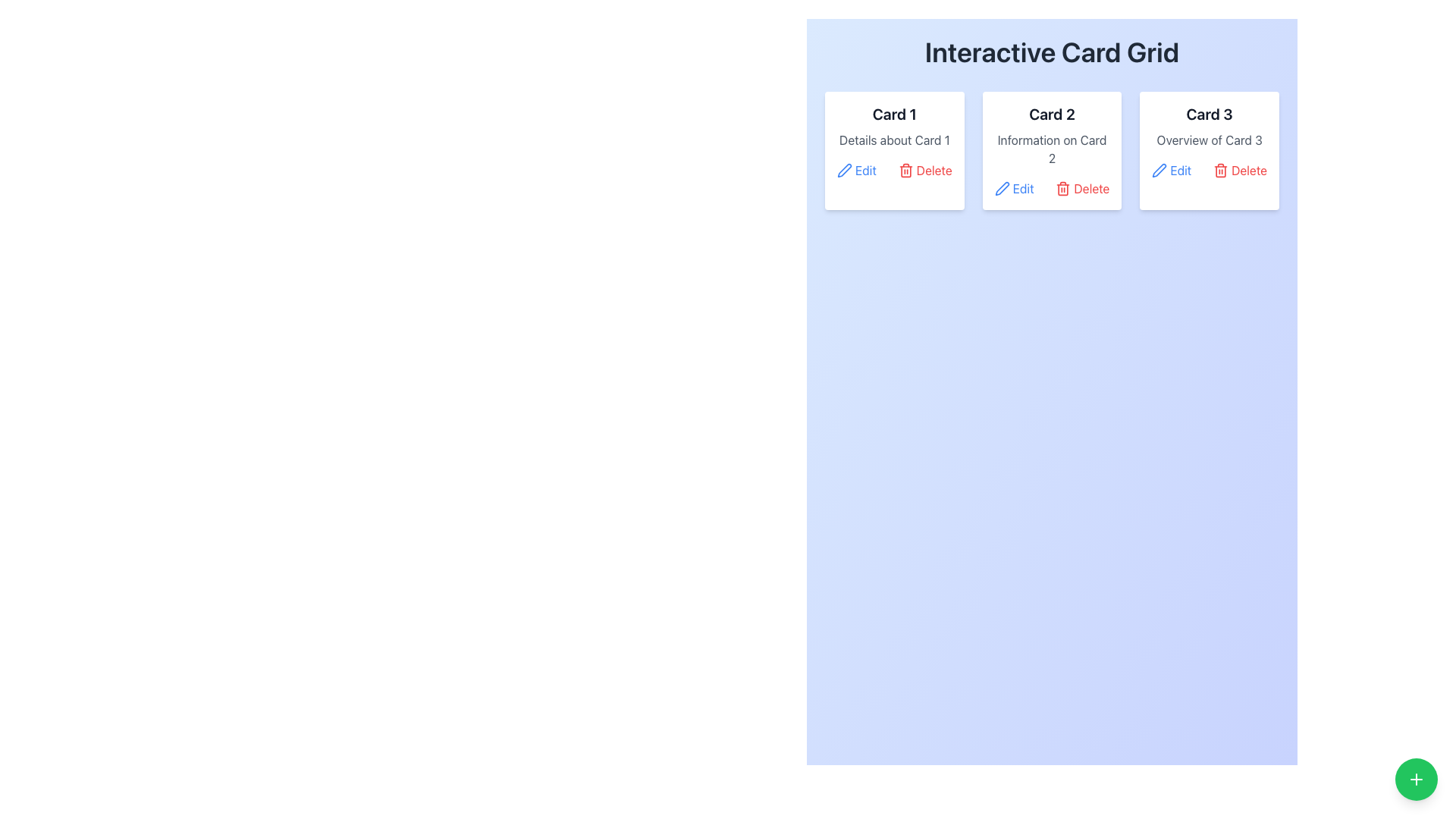 This screenshot has height=819, width=1456. What do you see at coordinates (1415, 780) in the screenshot?
I see `the circular green button containing the white 'plus' icon in the bottom-right corner to observe the hover effect` at bounding box center [1415, 780].